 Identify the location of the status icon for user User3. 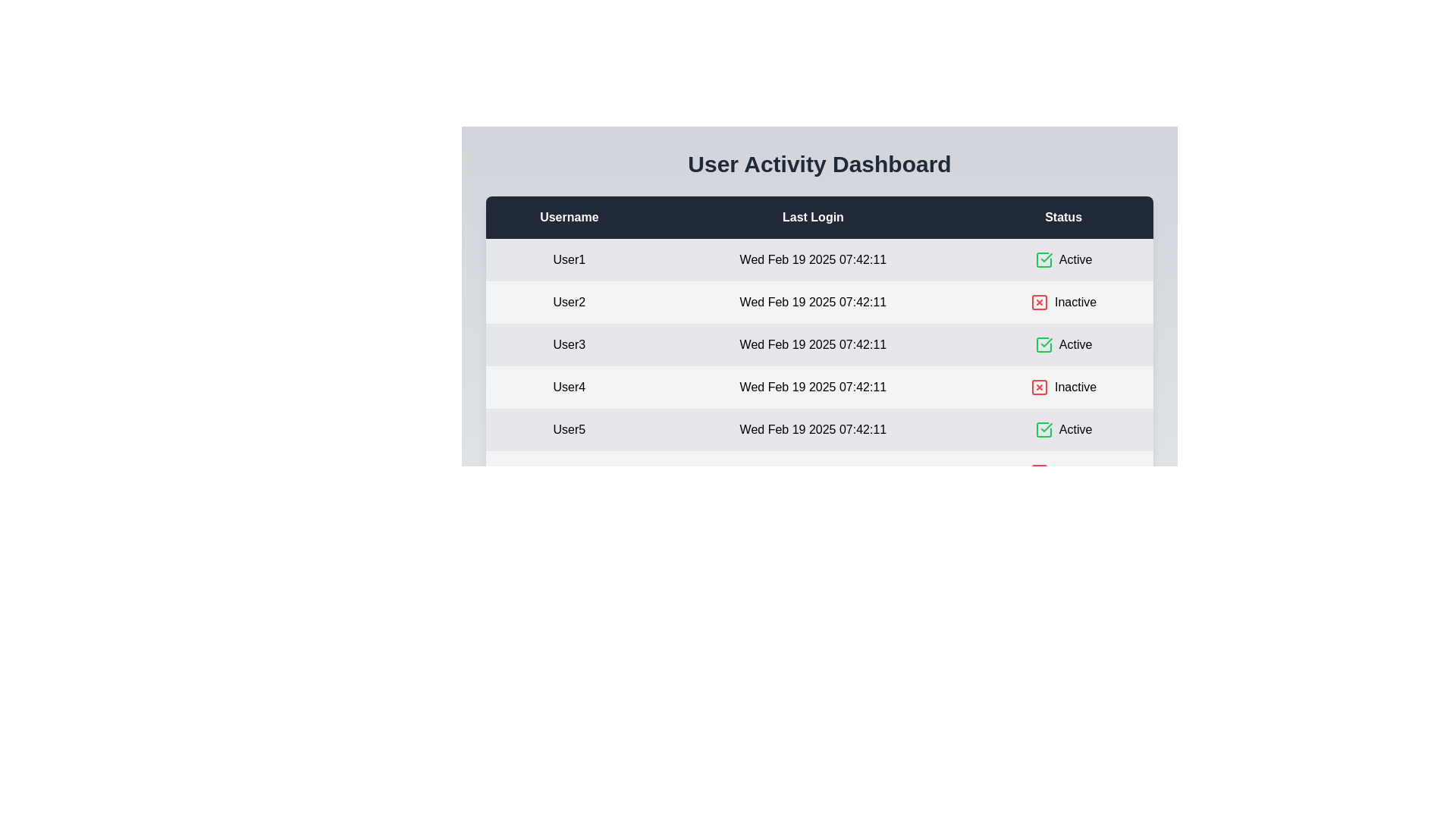
(1043, 345).